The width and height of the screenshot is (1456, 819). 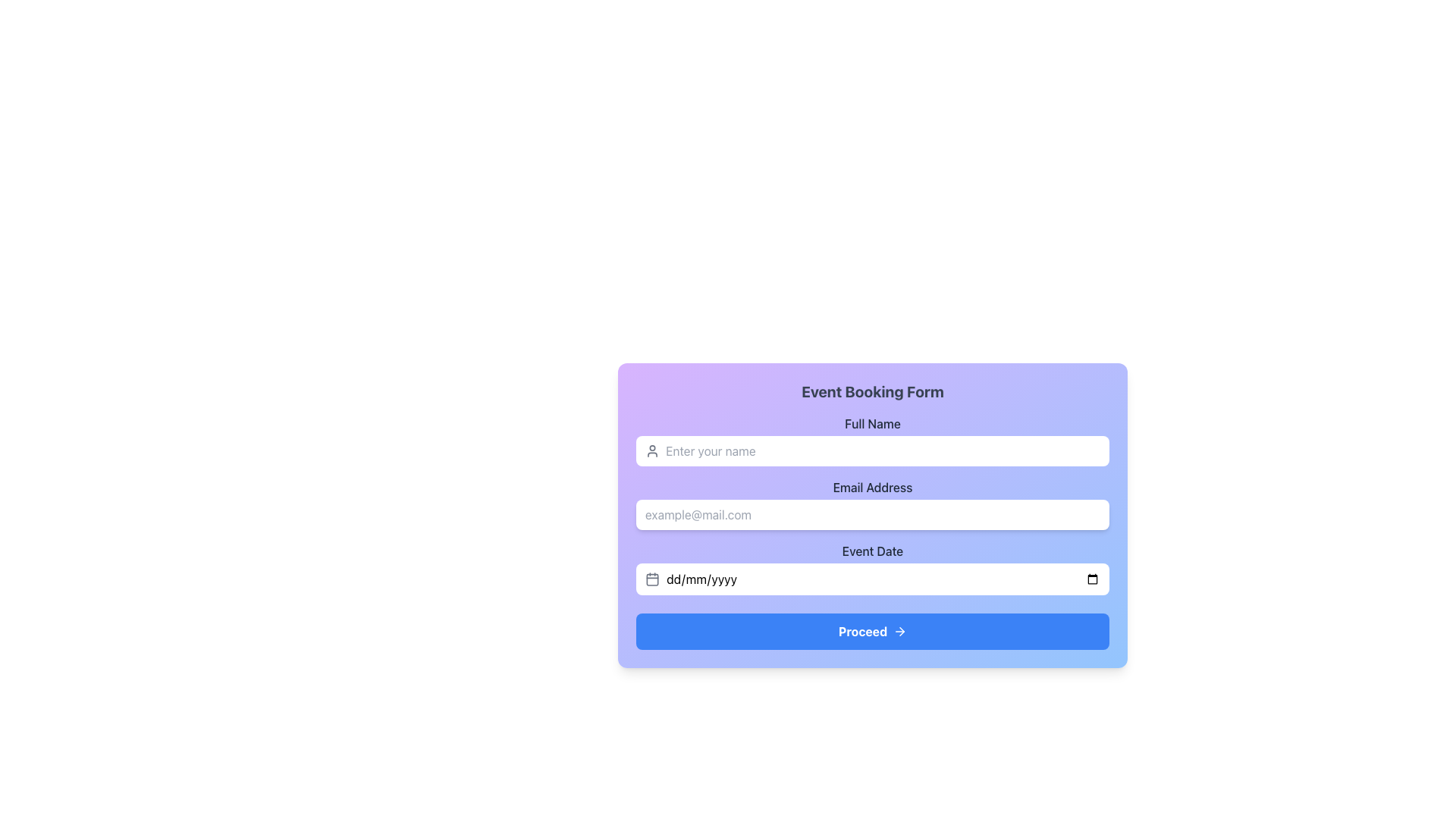 I want to click on the non-interactive text label indicating the purpose of the adjacent email input field in the 'Email Address' section of the event booking form, so click(x=873, y=488).